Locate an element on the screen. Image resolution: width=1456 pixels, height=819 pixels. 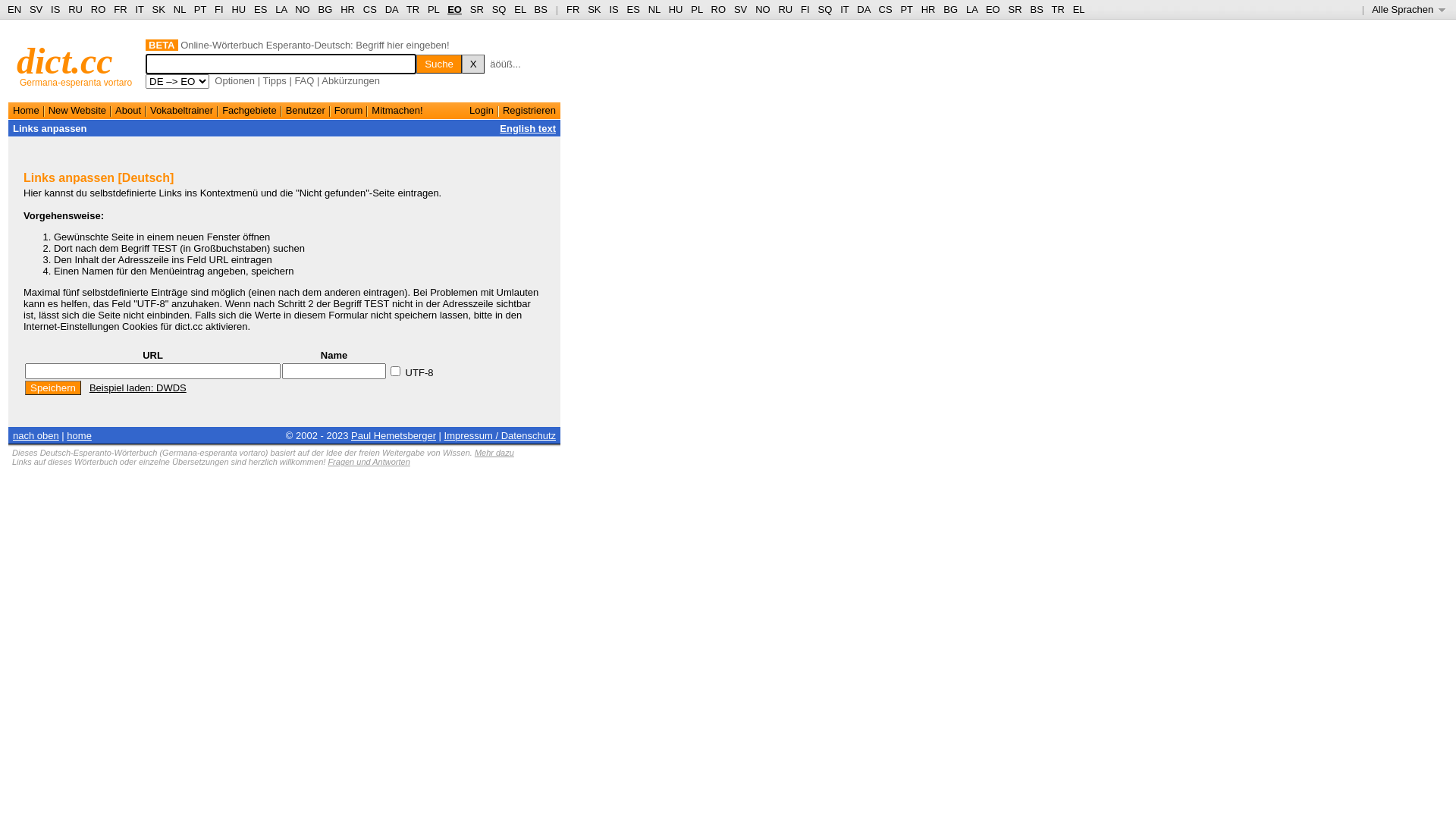
'Alle Sprachen ' is located at coordinates (1372, 9).